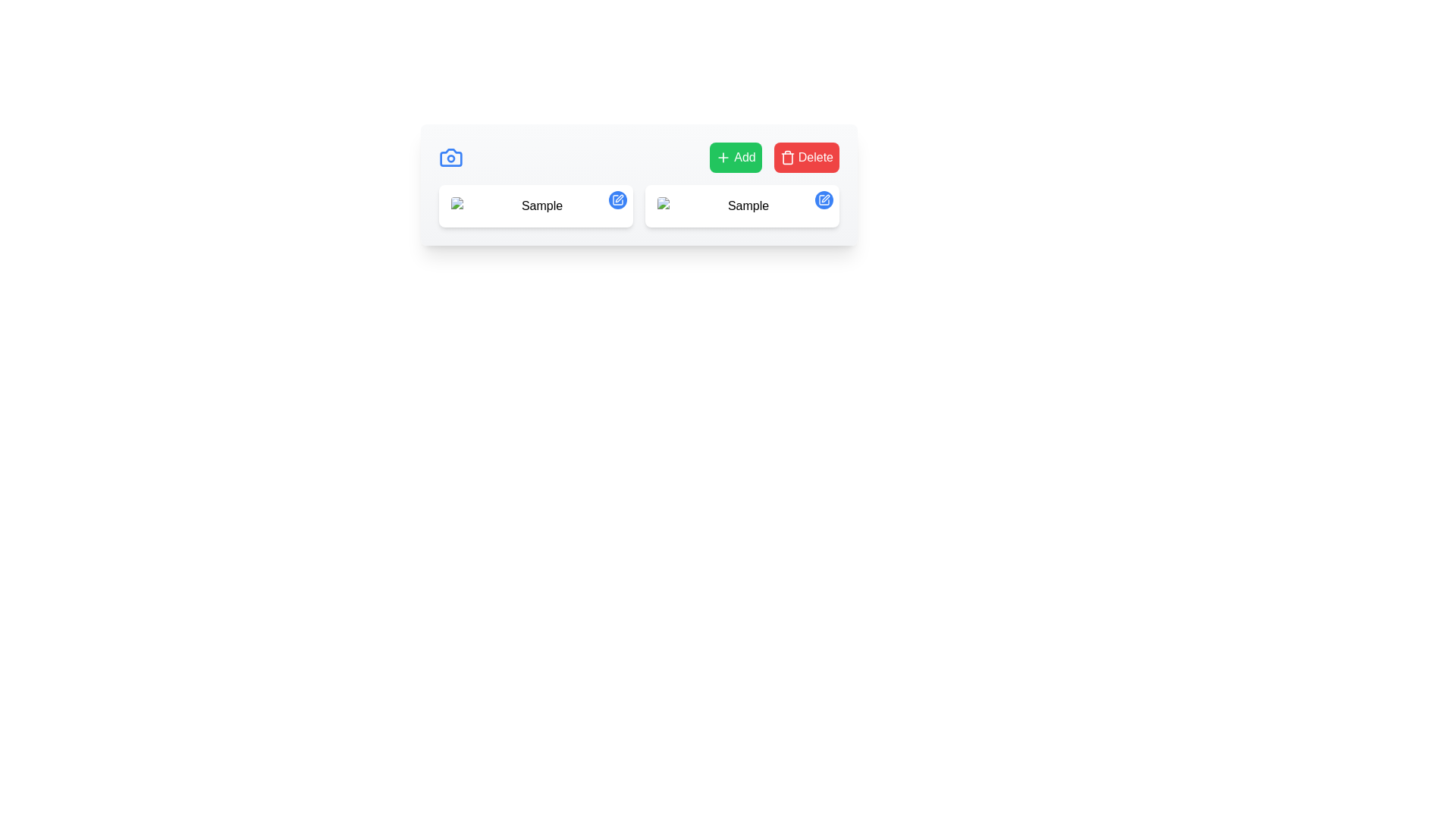 This screenshot has width=1456, height=819. I want to click on the SVG icon representing a pen or edit functionality, which is styled with a simple outline and located near the upper-right side of the interface, so click(825, 198).